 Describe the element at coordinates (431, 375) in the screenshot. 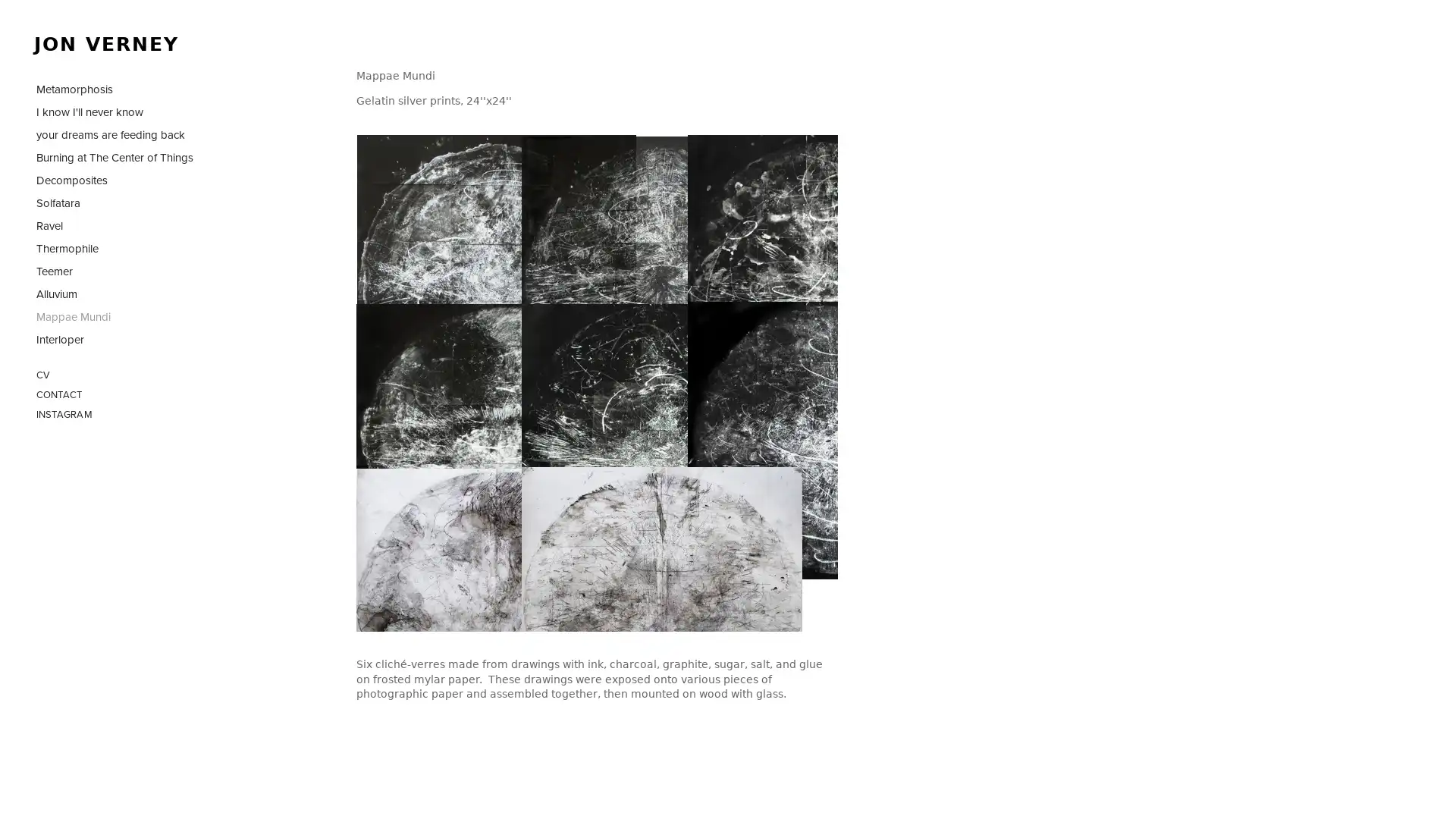

I see `View fullsize mundi4.jpg` at that location.